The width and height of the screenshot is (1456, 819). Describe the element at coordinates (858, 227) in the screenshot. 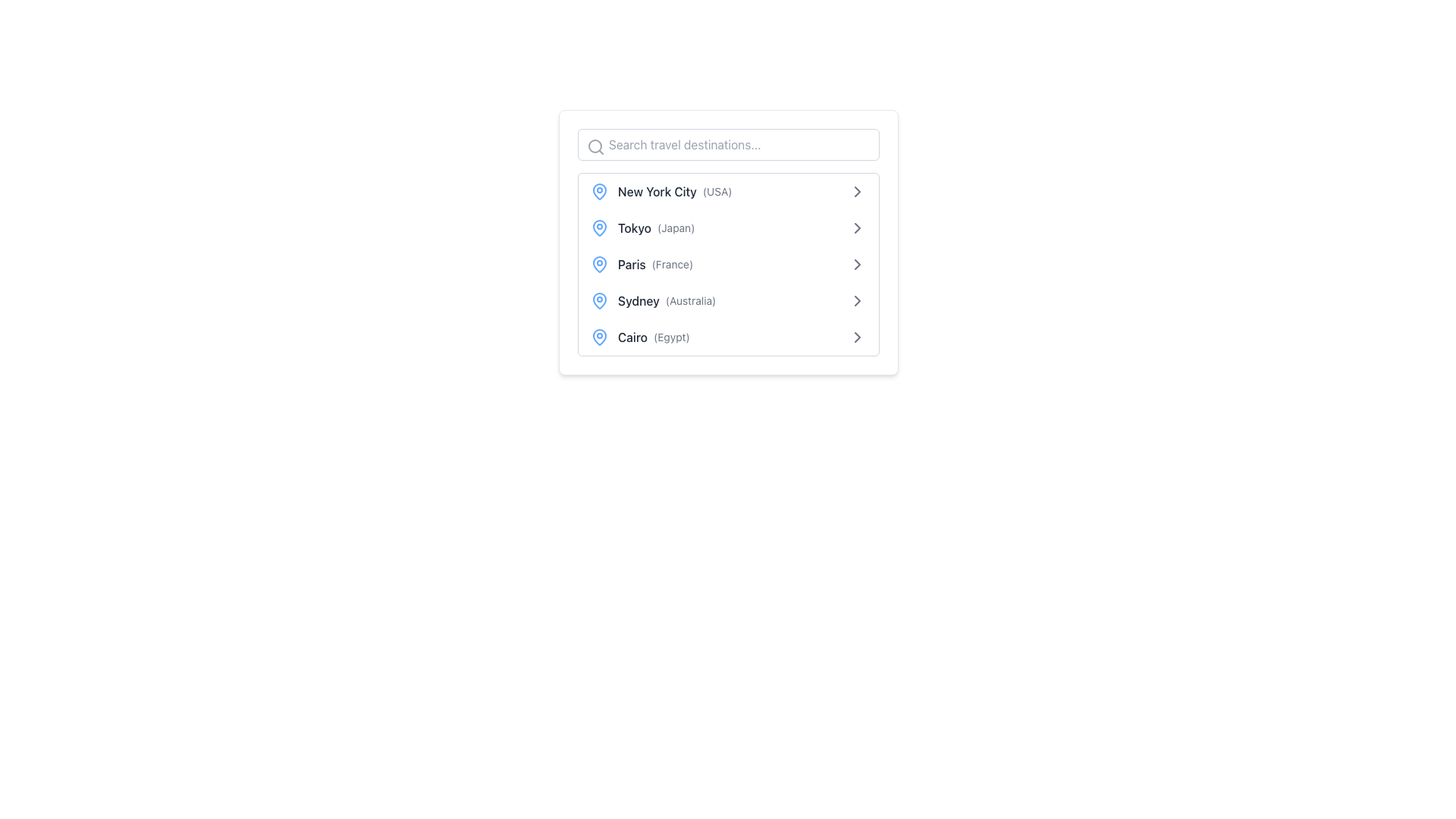

I see `the chevron icon that serves as an interactive clue for the 'Tokyo (Japan)' list item, located on the far-right side of the row` at that location.